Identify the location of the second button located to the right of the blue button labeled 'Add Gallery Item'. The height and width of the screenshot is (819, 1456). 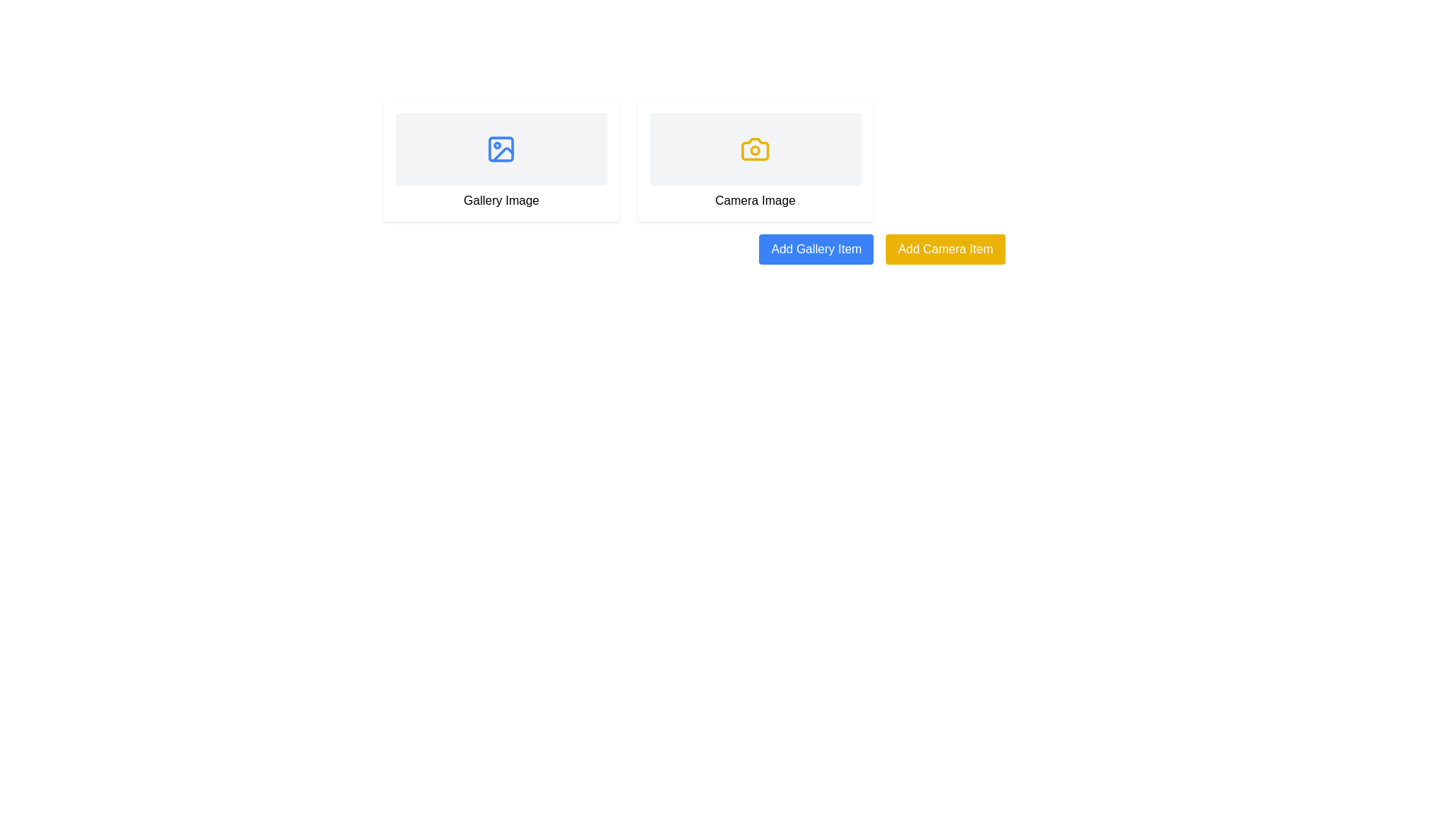
(945, 248).